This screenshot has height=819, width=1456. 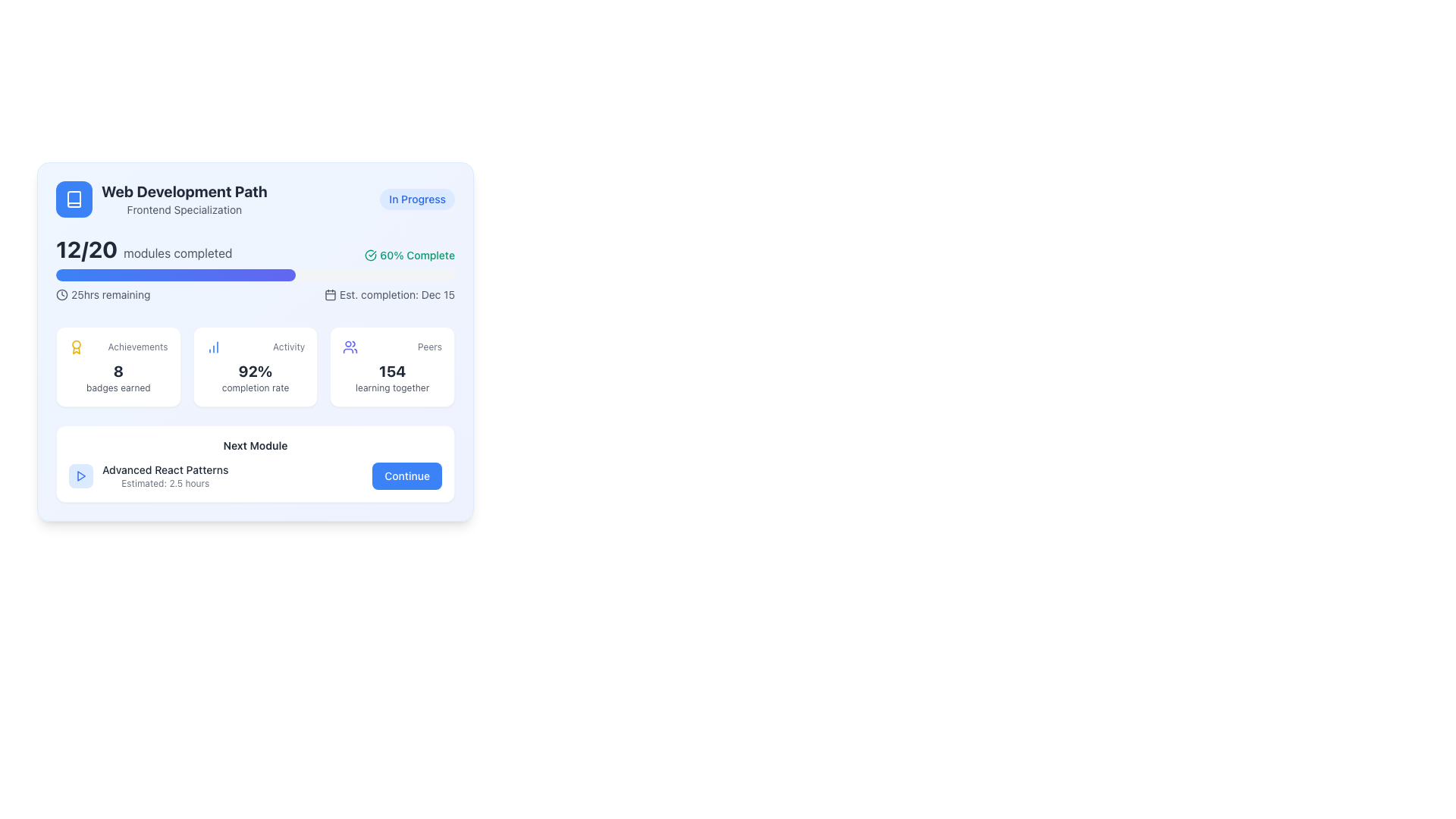 I want to click on the progress text label indicating 60% completion, located in the upper right section of the card-like layout, so click(x=417, y=254).